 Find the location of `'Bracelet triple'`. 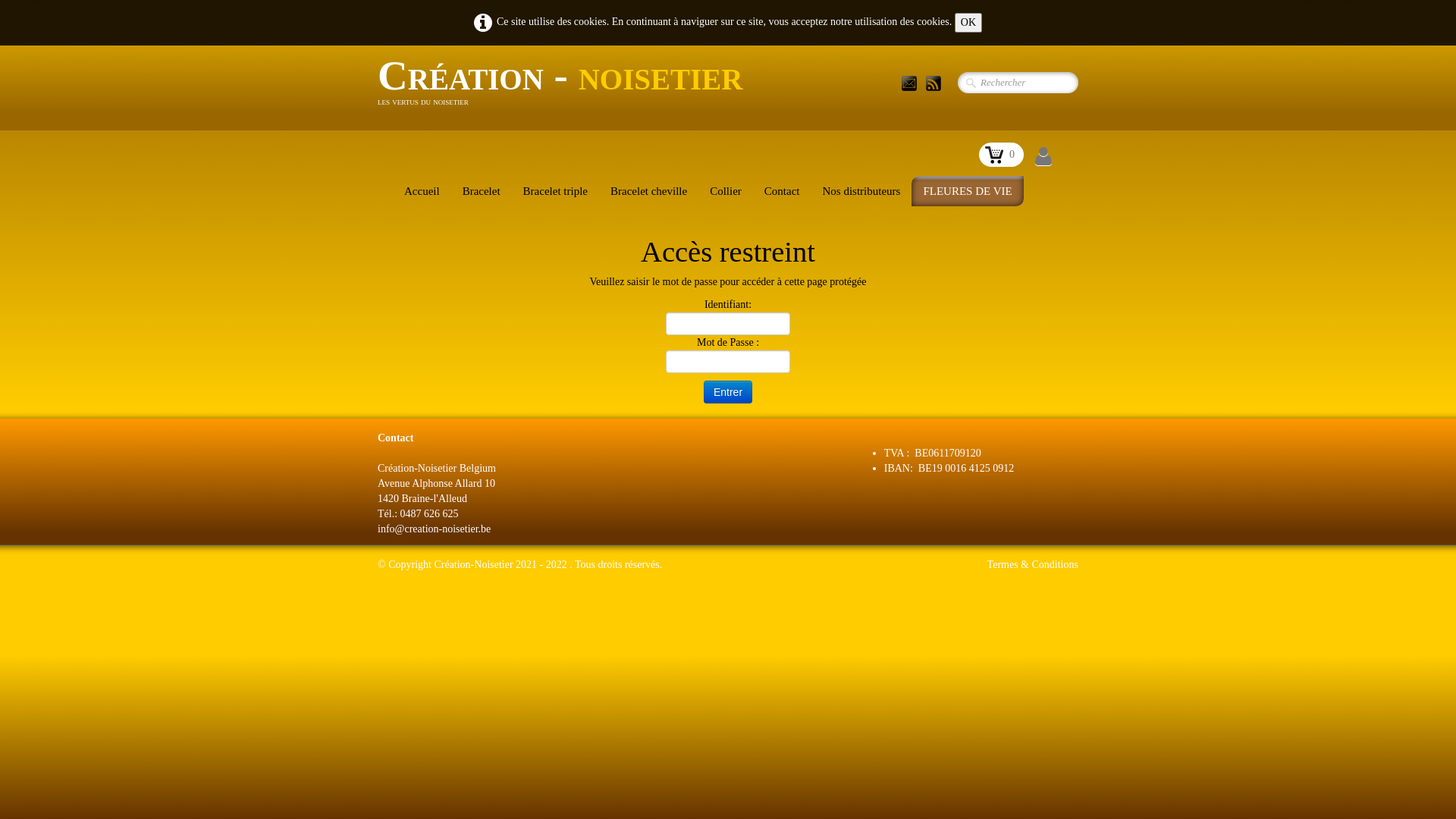

'Bracelet triple' is located at coordinates (554, 190).